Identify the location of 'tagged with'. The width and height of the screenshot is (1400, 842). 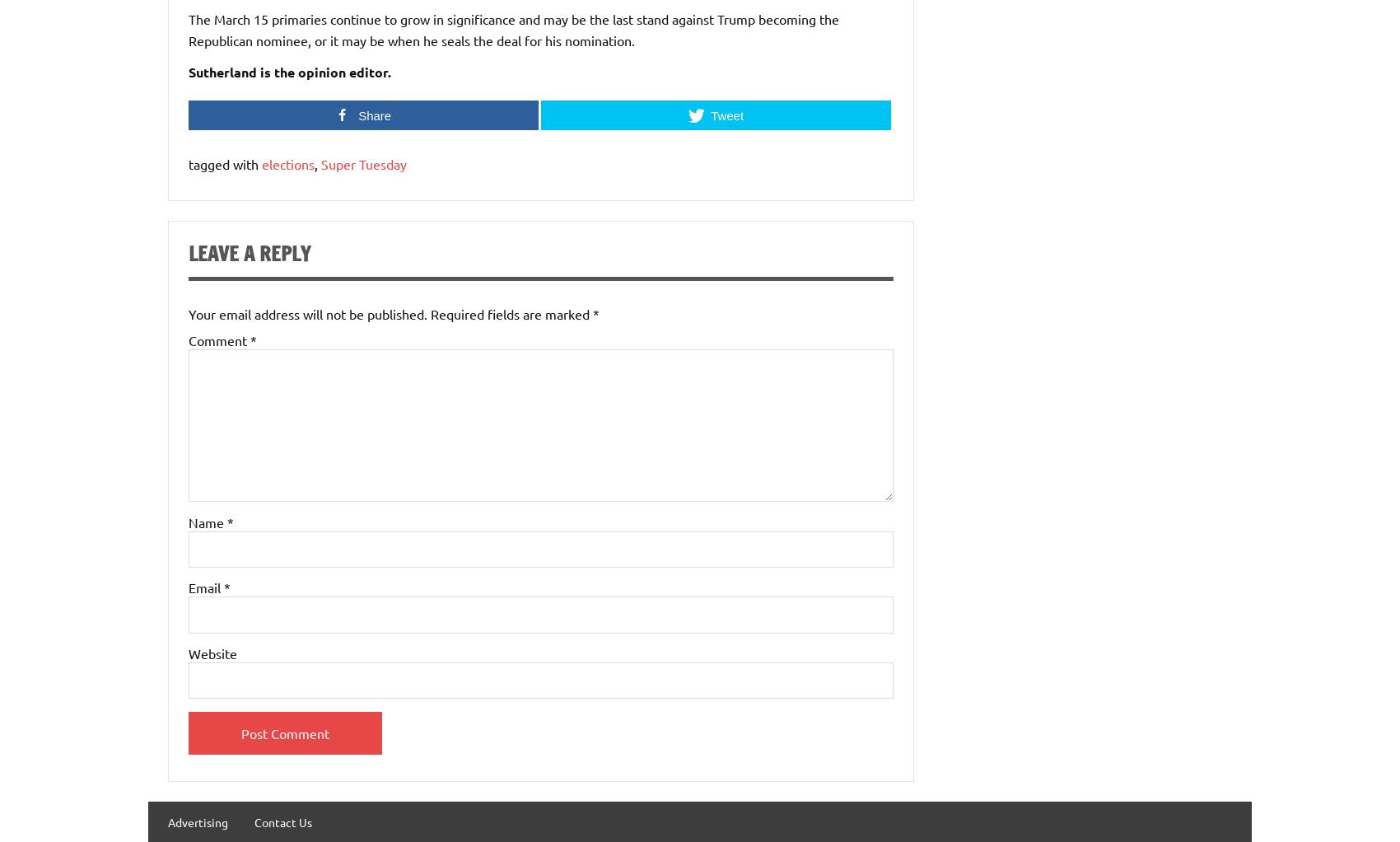
(225, 163).